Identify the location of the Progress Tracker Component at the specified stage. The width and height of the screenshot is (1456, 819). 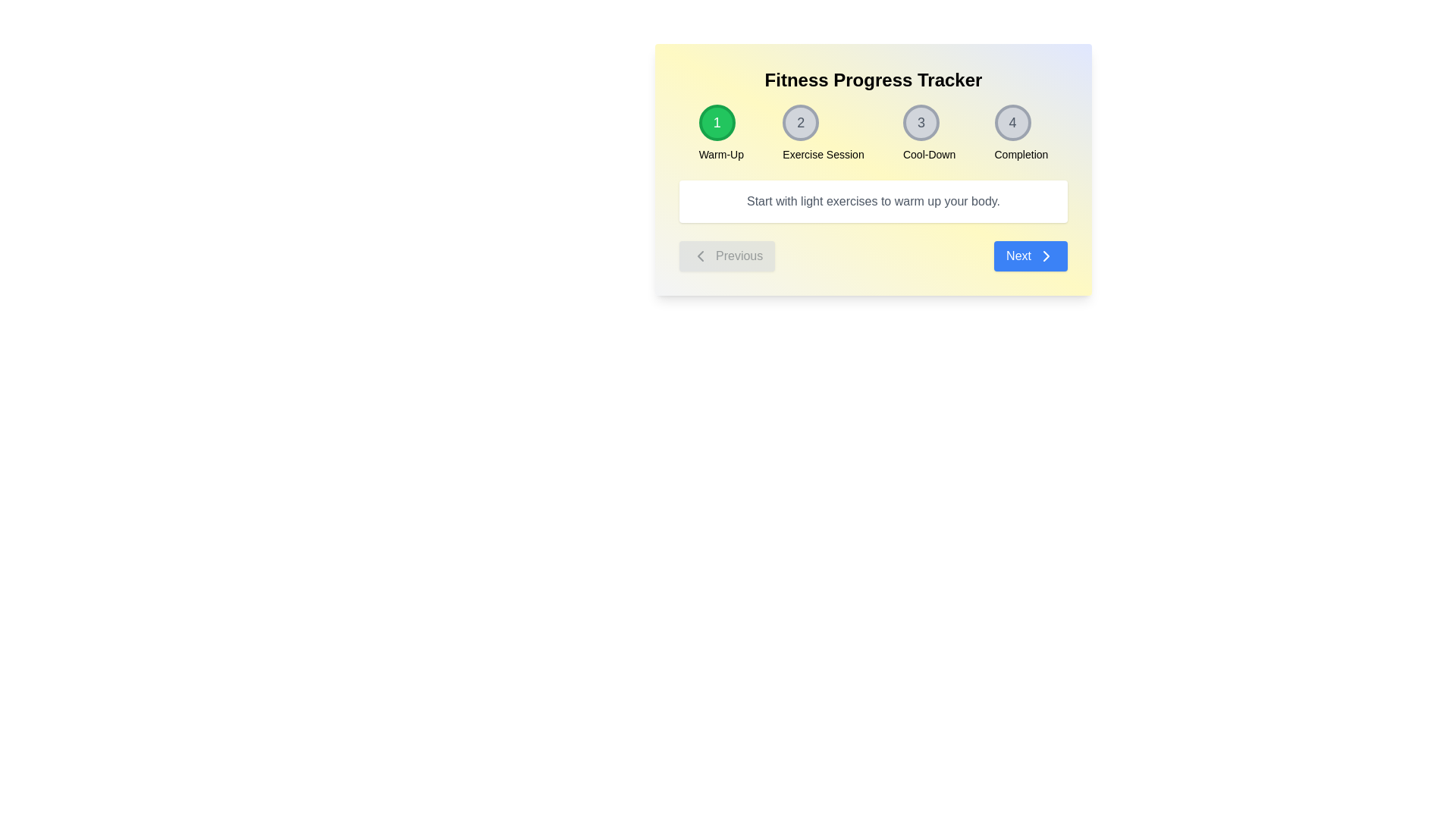
(874, 133).